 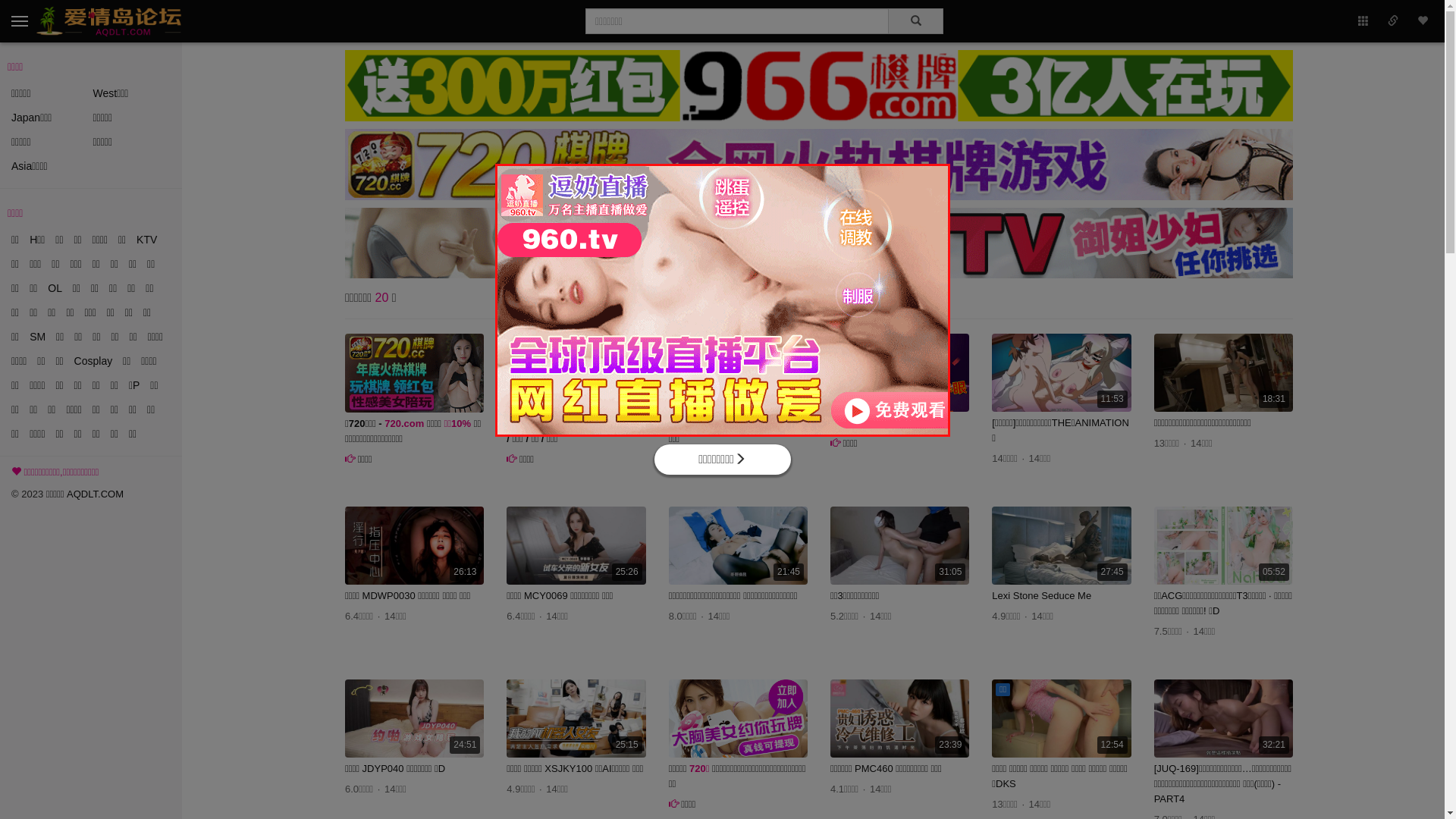 What do you see at coordinates (20, 20) in the screenshot?
I see `'Toggle navigation'` at bounding box center [20, 20].